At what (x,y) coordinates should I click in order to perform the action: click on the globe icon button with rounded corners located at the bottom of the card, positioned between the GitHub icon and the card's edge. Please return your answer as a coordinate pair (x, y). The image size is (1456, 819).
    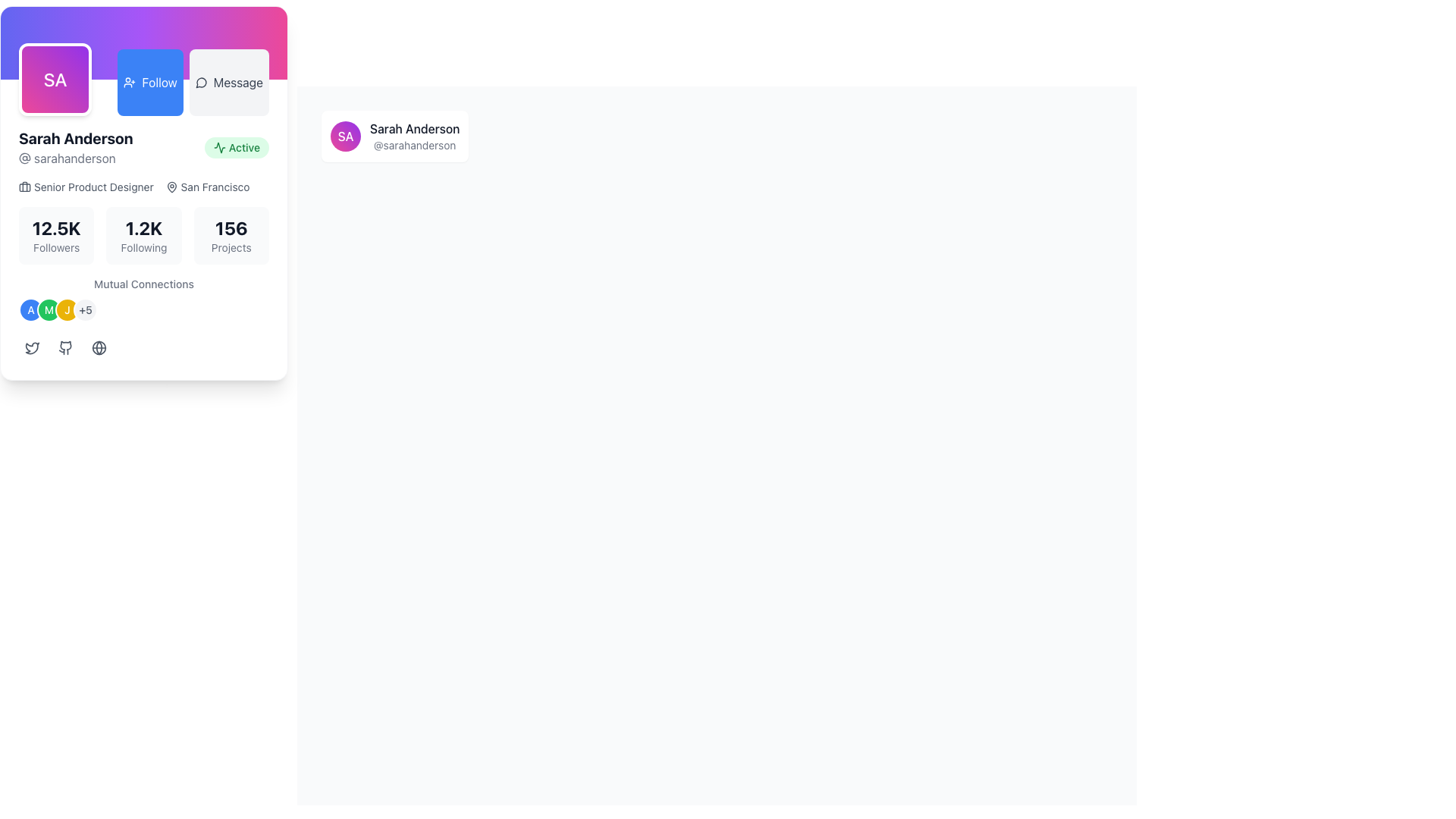
    Looking at the image, I should click on (98, 348).